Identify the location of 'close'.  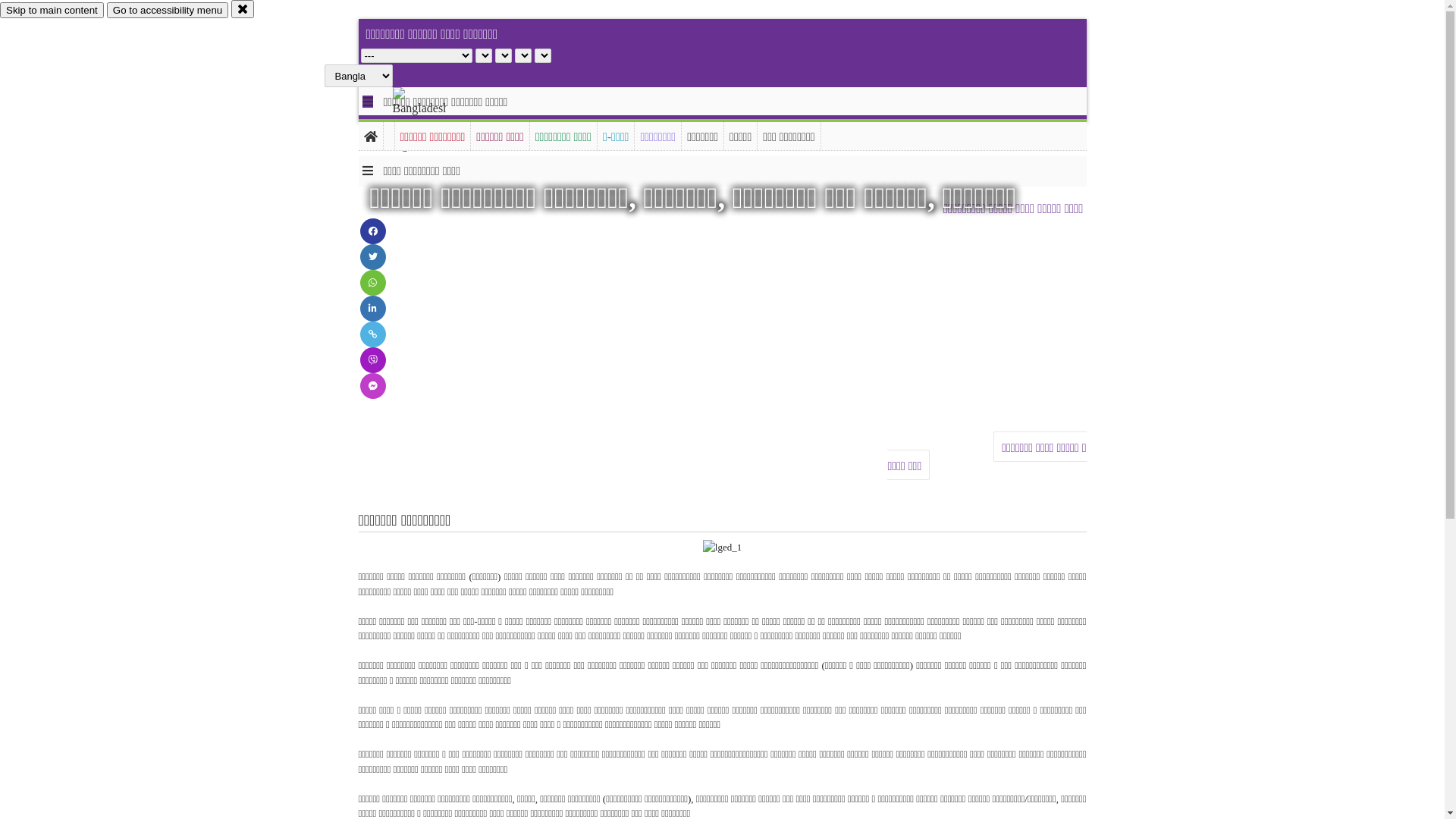
(231, 8).